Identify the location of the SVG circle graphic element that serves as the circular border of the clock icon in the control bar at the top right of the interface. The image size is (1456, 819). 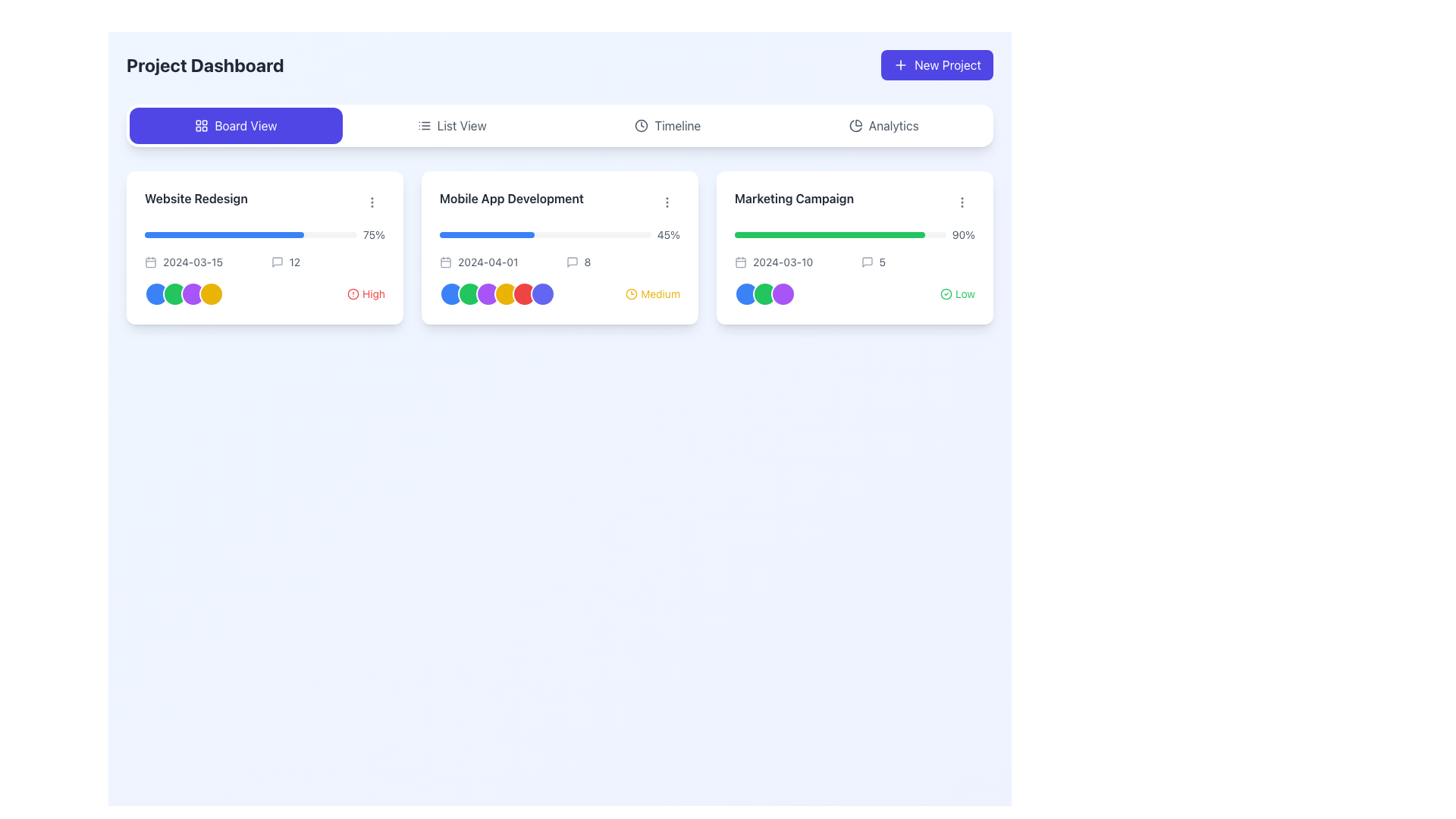
(642, 124).